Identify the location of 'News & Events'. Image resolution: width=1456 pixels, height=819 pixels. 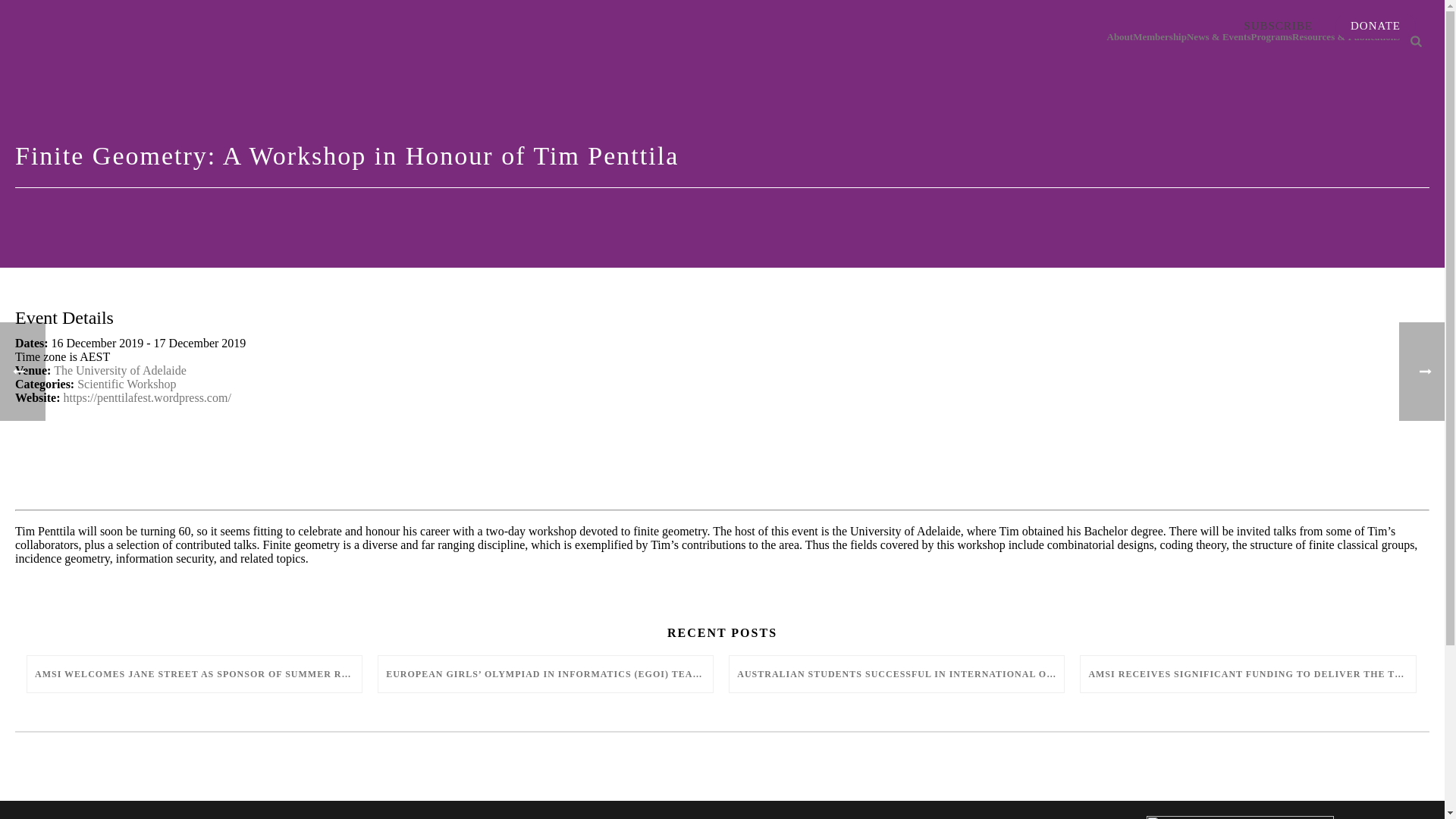
(1185, 37).